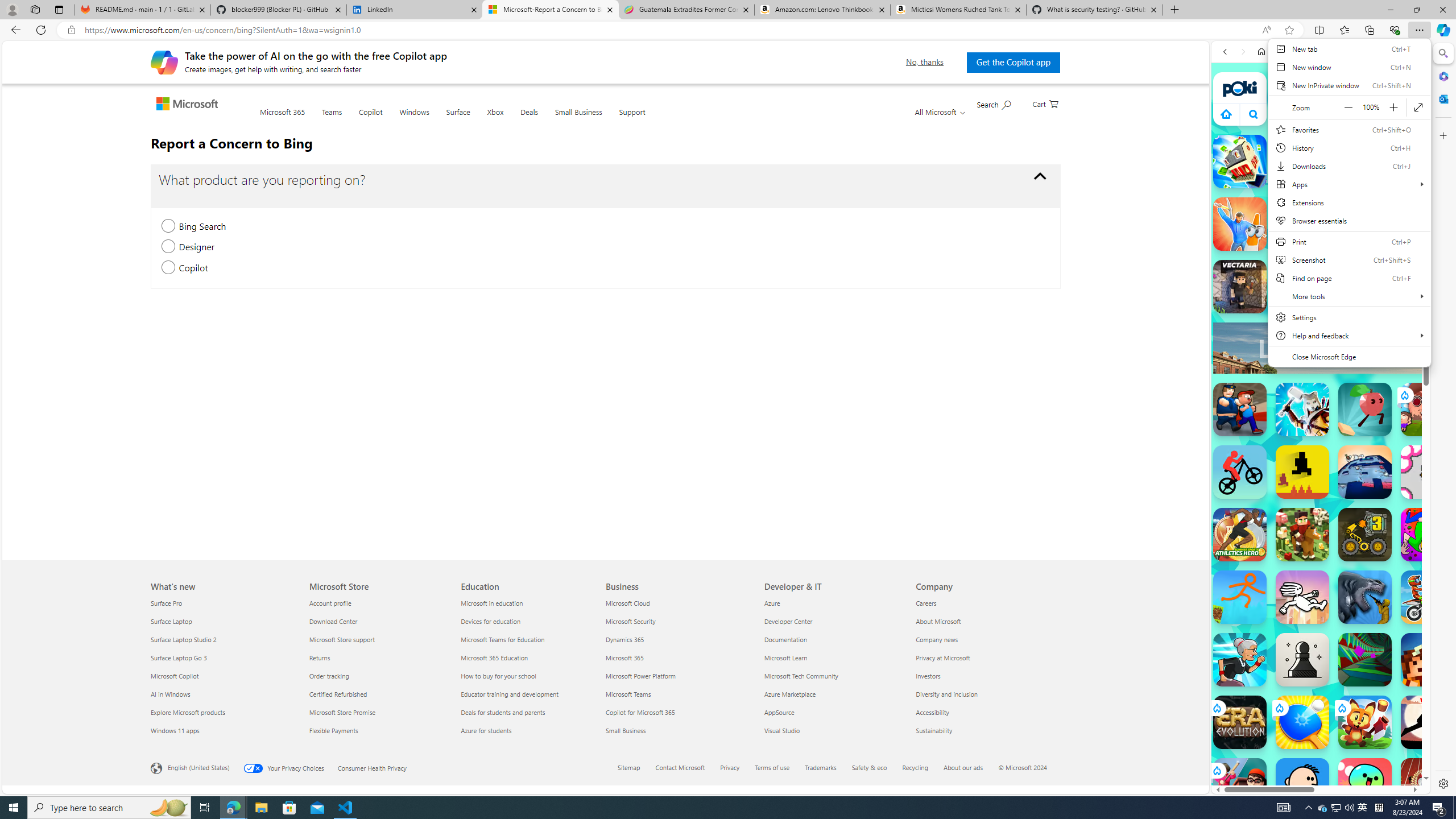  What do you see at coordinates (1365, 597) in the screenshot?
I see `'Sharkosaurus Rampage'` at bounding box center [1365, 597].